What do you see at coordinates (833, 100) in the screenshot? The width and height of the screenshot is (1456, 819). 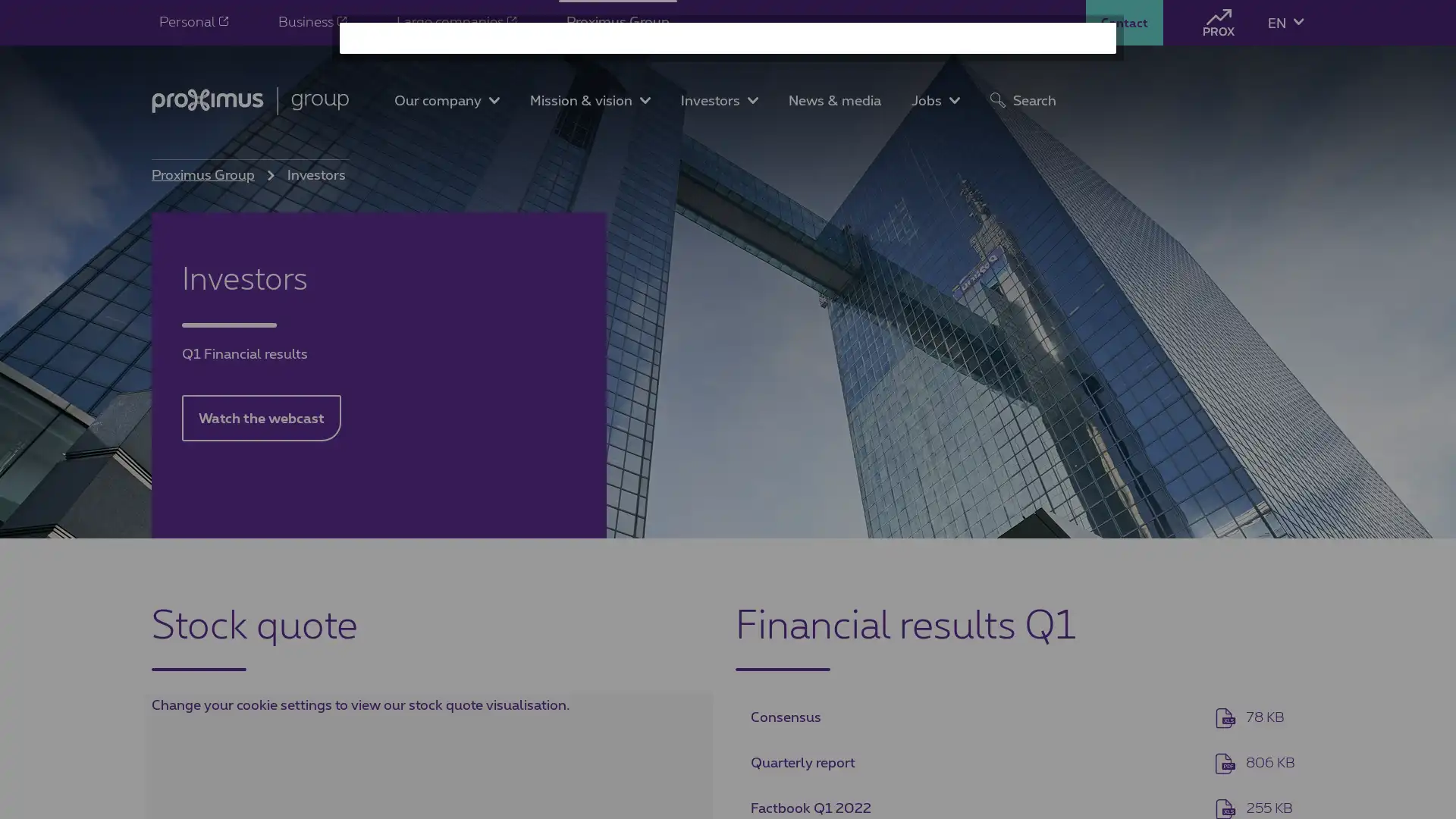 I see `News & media` at bounding box center [833, 100].